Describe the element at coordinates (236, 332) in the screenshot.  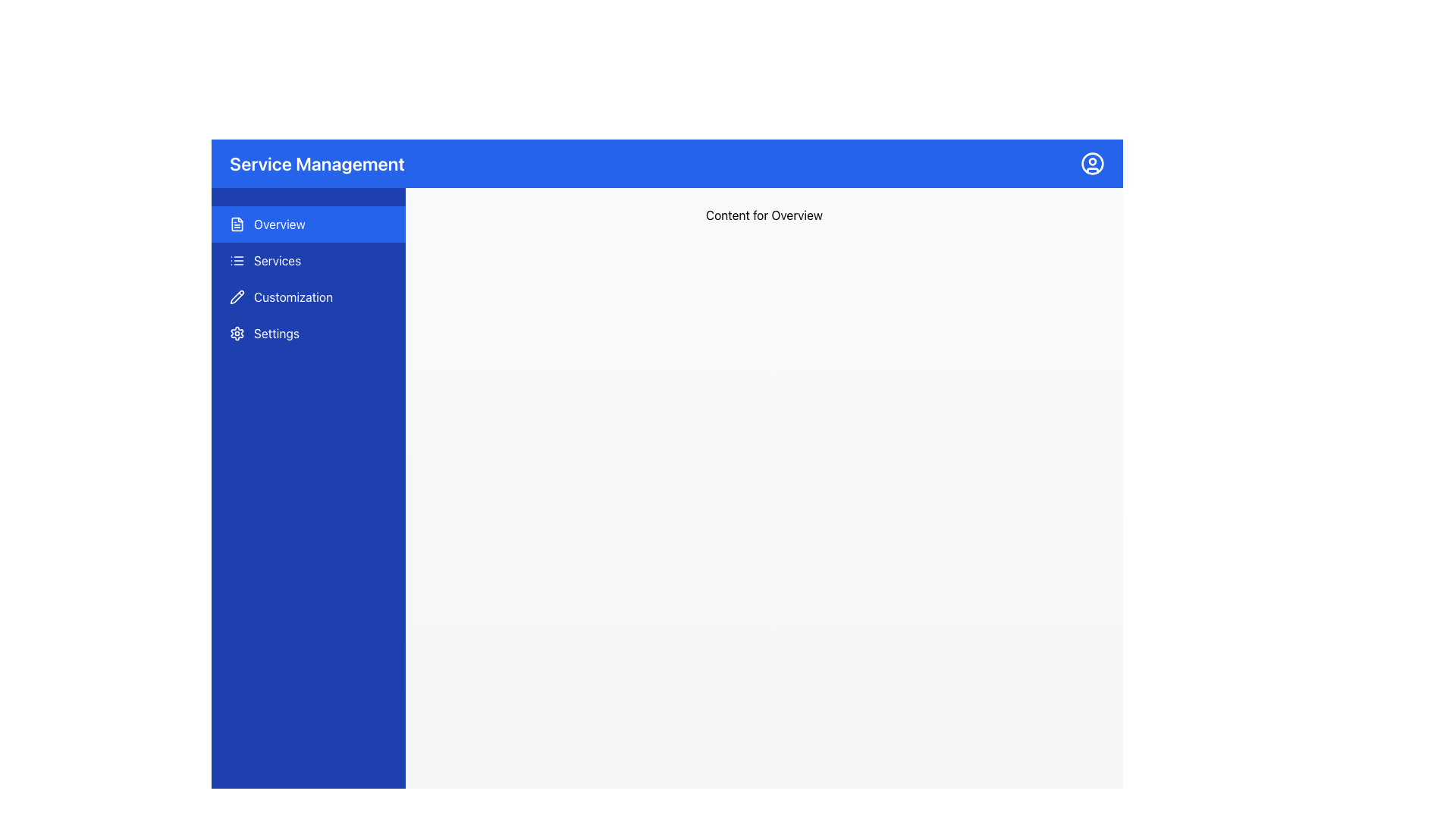
I see `the gear-like settings icon, which is the fourth item in the vertical navigation bar on the left side of the interface` at that location.